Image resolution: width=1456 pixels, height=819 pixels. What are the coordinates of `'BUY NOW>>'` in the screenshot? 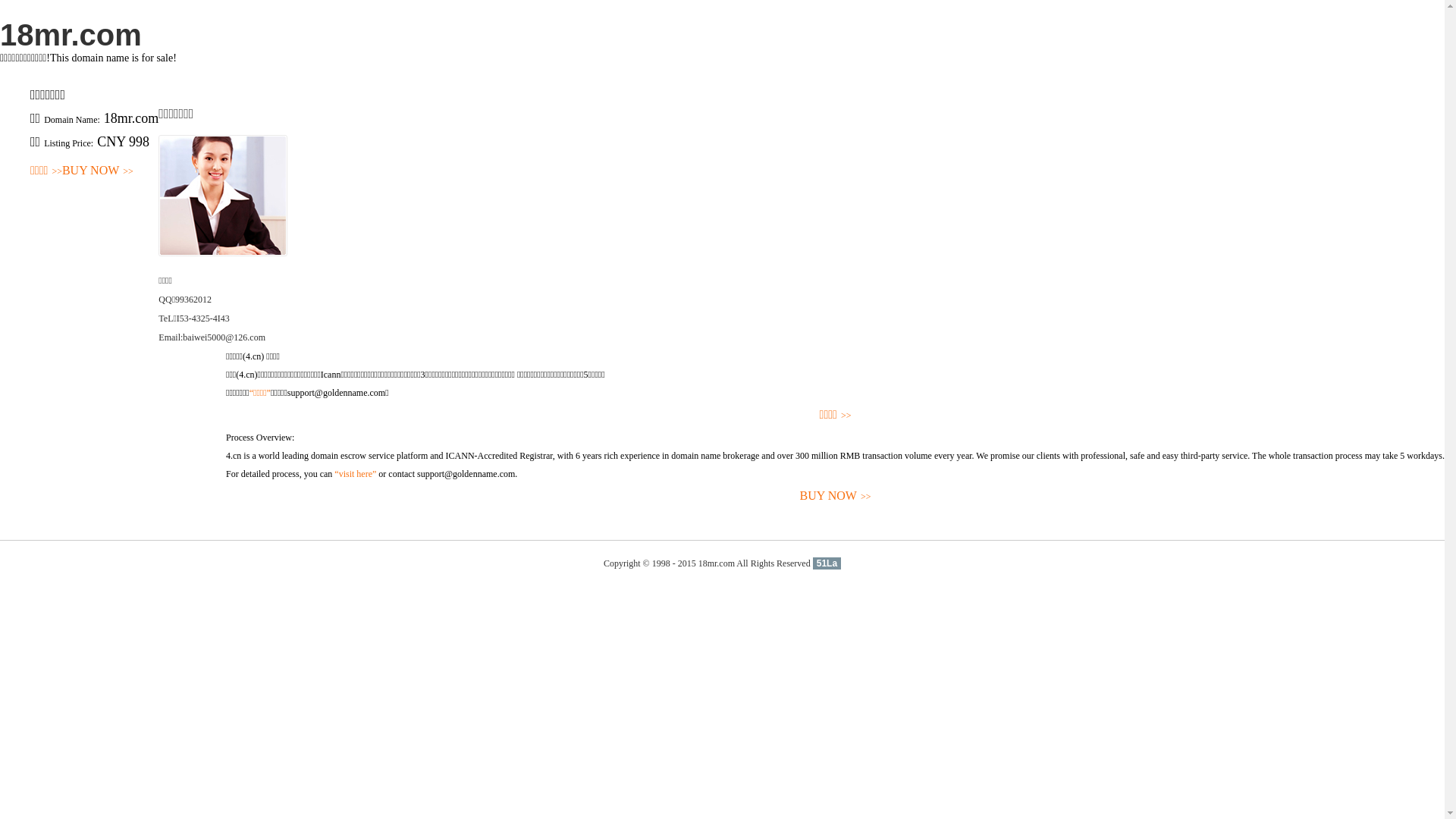 It's located at (224, 496).